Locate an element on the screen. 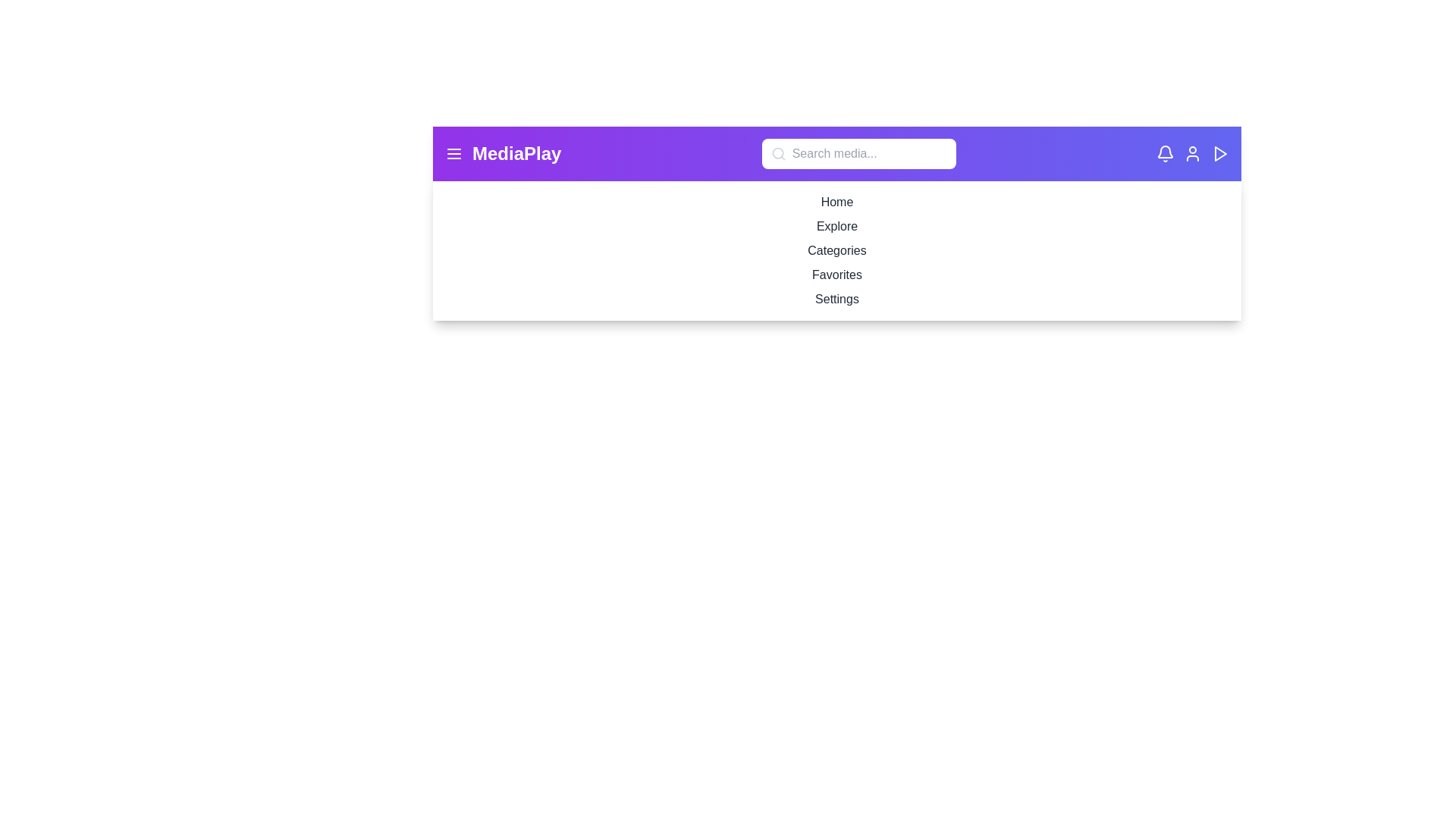 This screenshot has height=819, width=1456. the 'Favorites' navigational link located as the fourth item in a vertical list of options is located at coordinates (836, 275).